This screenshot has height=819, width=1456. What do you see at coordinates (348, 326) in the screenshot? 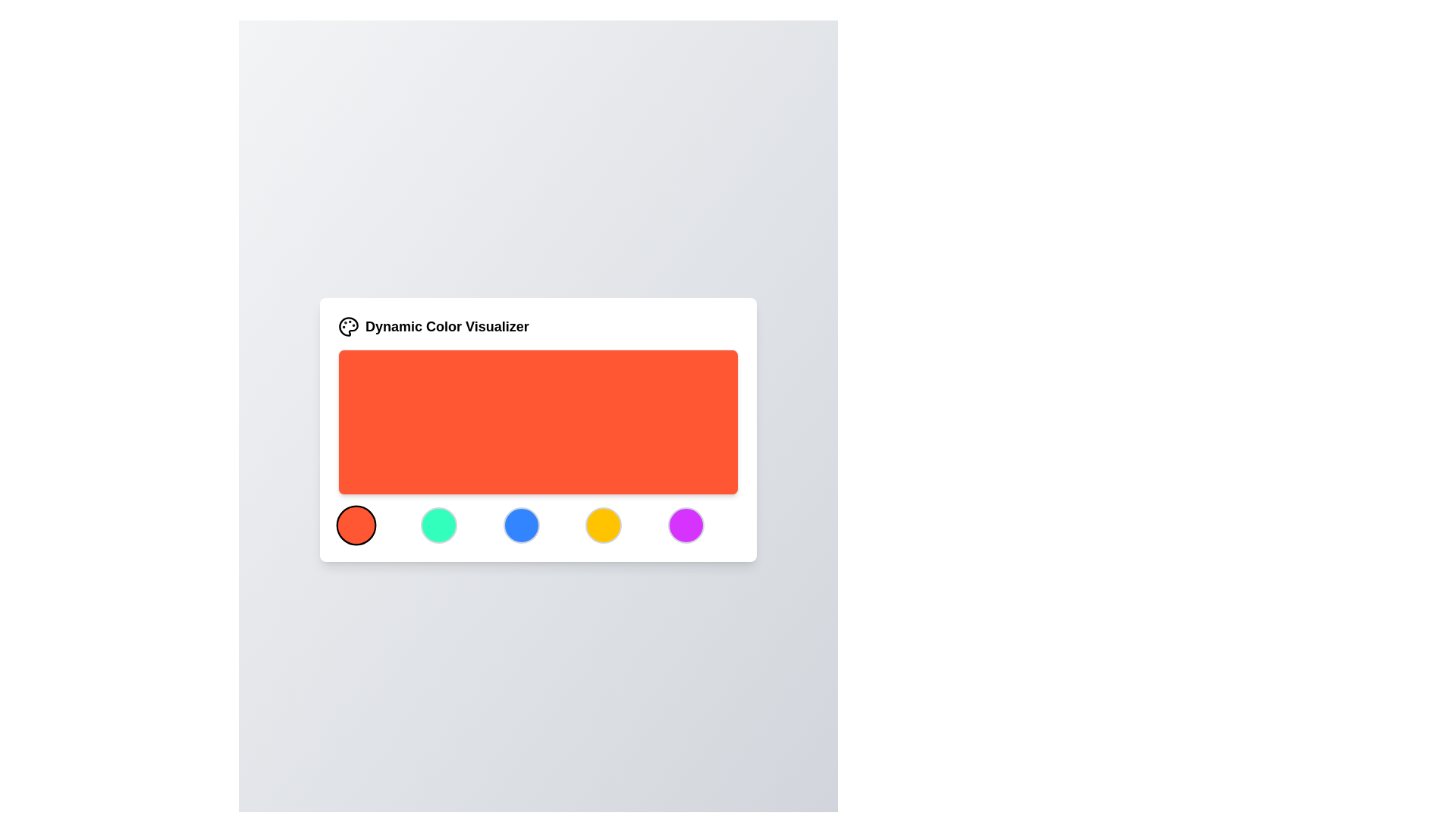
I see `the small, circular painter's palette icon located to the far left of the header section of the 'Dynamic Color Visualizer' component, which precedes the label 'Dynamic Color Visualizer.'` at bounding box center [348, 326].